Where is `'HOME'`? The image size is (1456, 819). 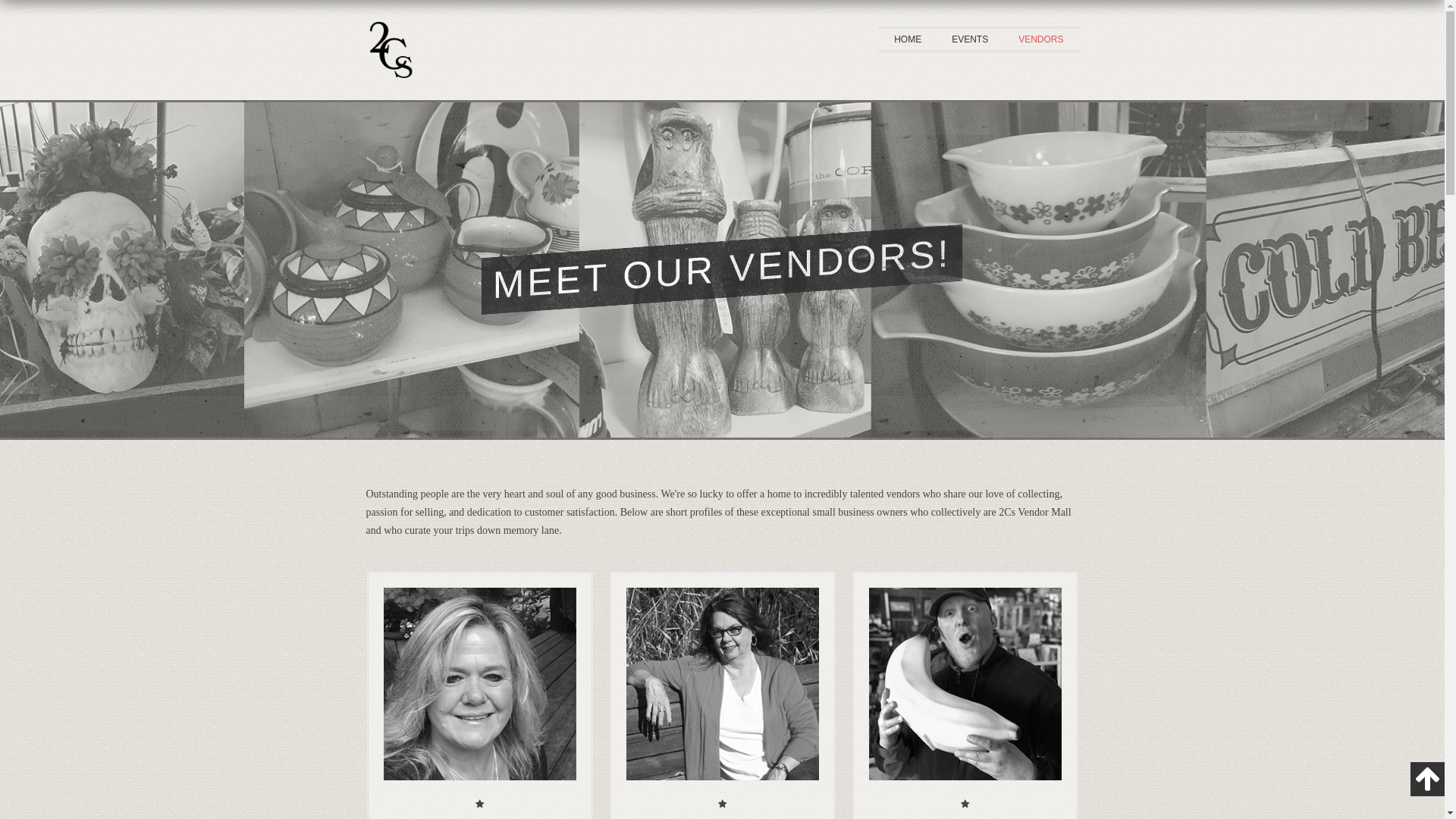 'HOME' is located at coordinates (907, 38).